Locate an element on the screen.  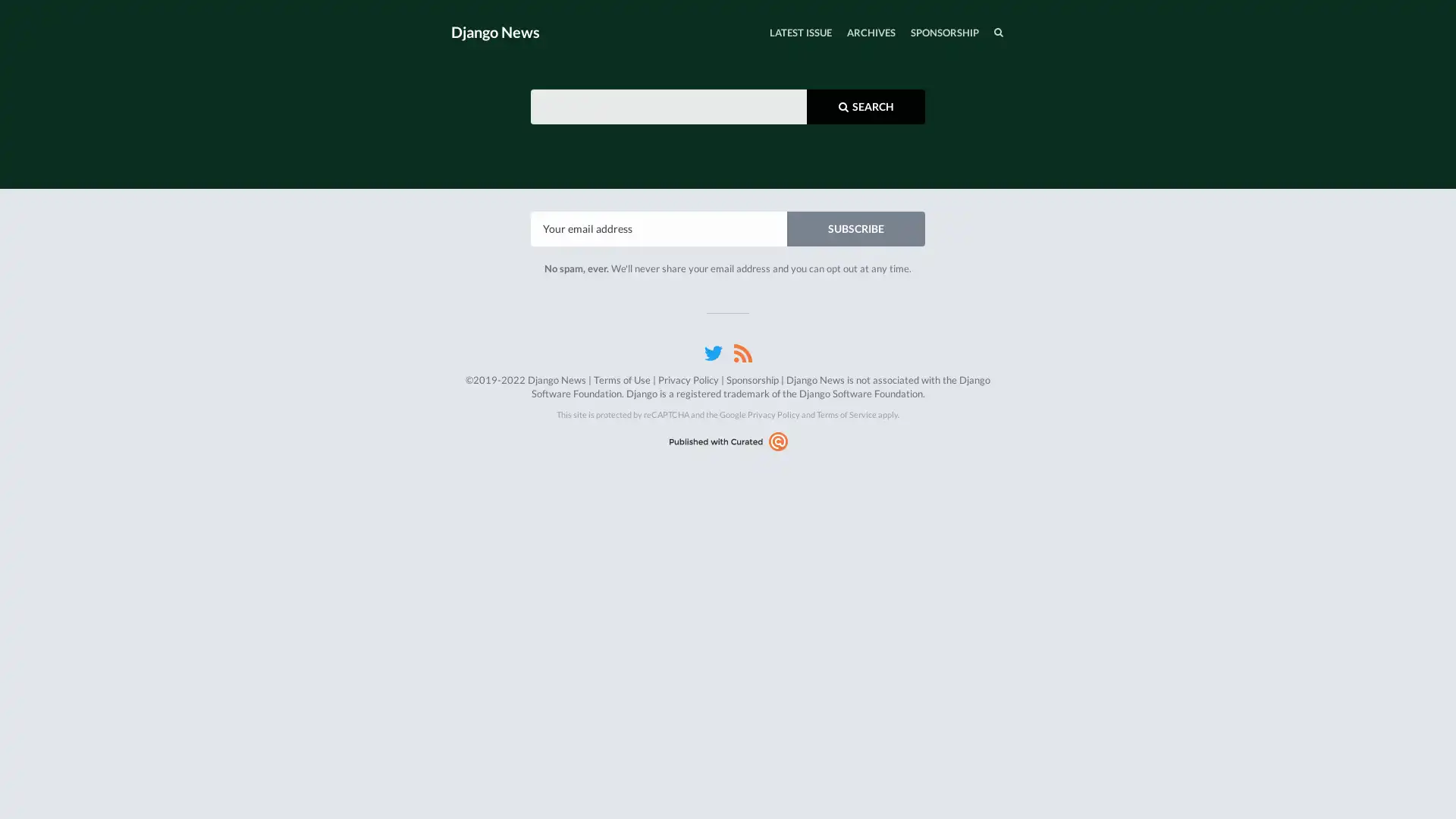
SEARCH is located at coordinates (966, 32).